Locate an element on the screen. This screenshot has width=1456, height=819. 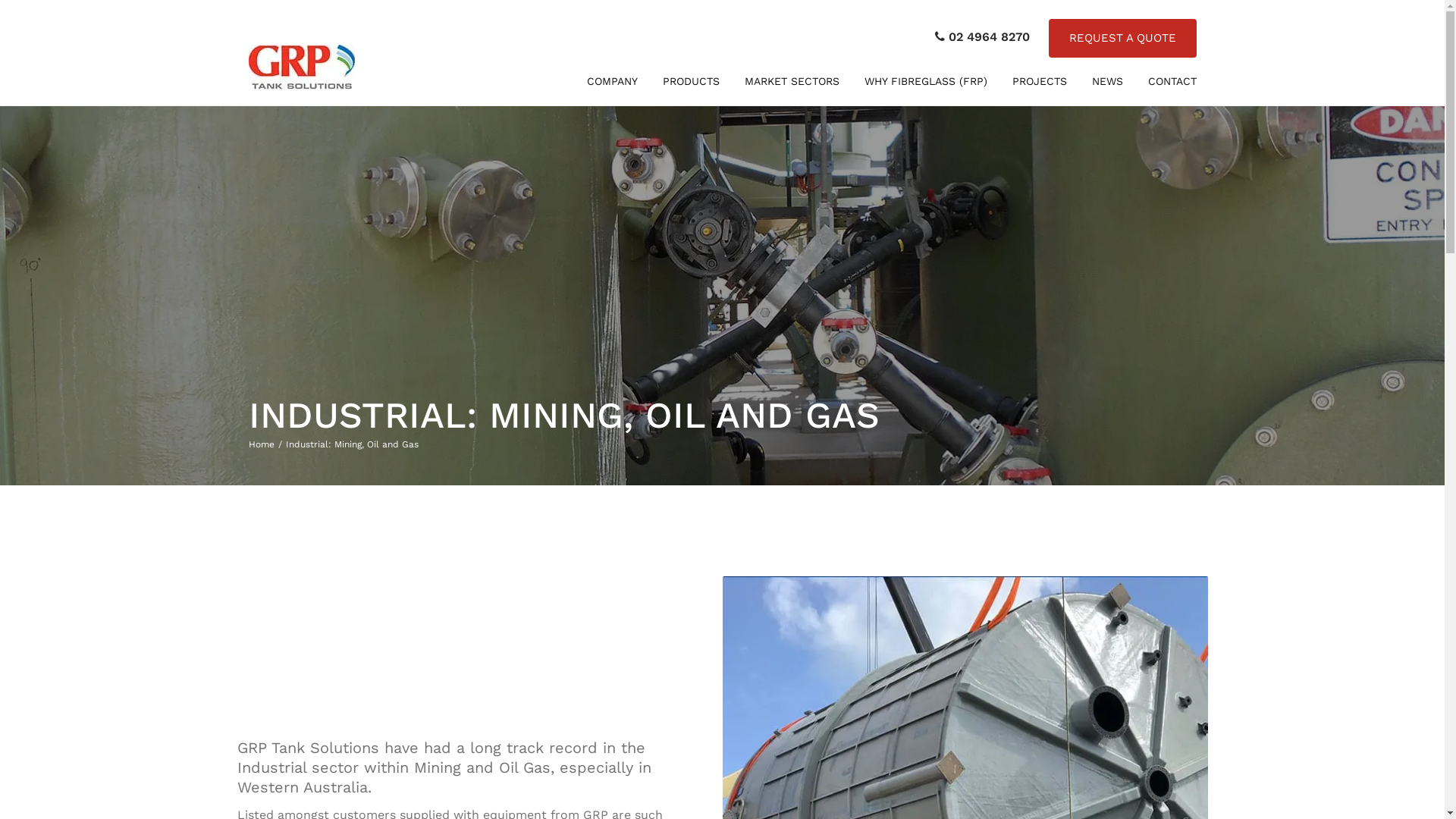
'REQUEST A QUOTE' is located at coordinates (1122, 37).